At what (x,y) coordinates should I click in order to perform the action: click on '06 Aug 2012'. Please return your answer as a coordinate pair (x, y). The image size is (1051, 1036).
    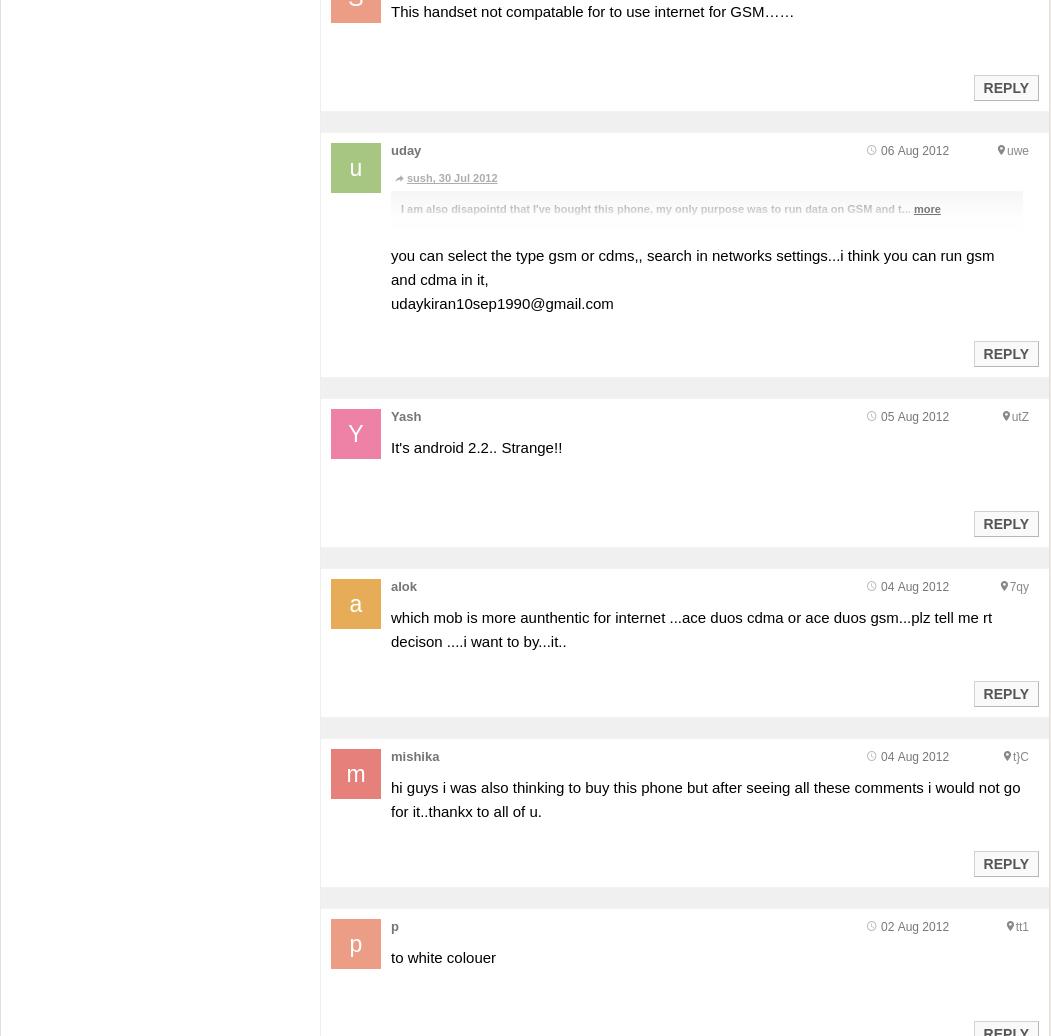
    Looking at the image, I should click on (879, 151).